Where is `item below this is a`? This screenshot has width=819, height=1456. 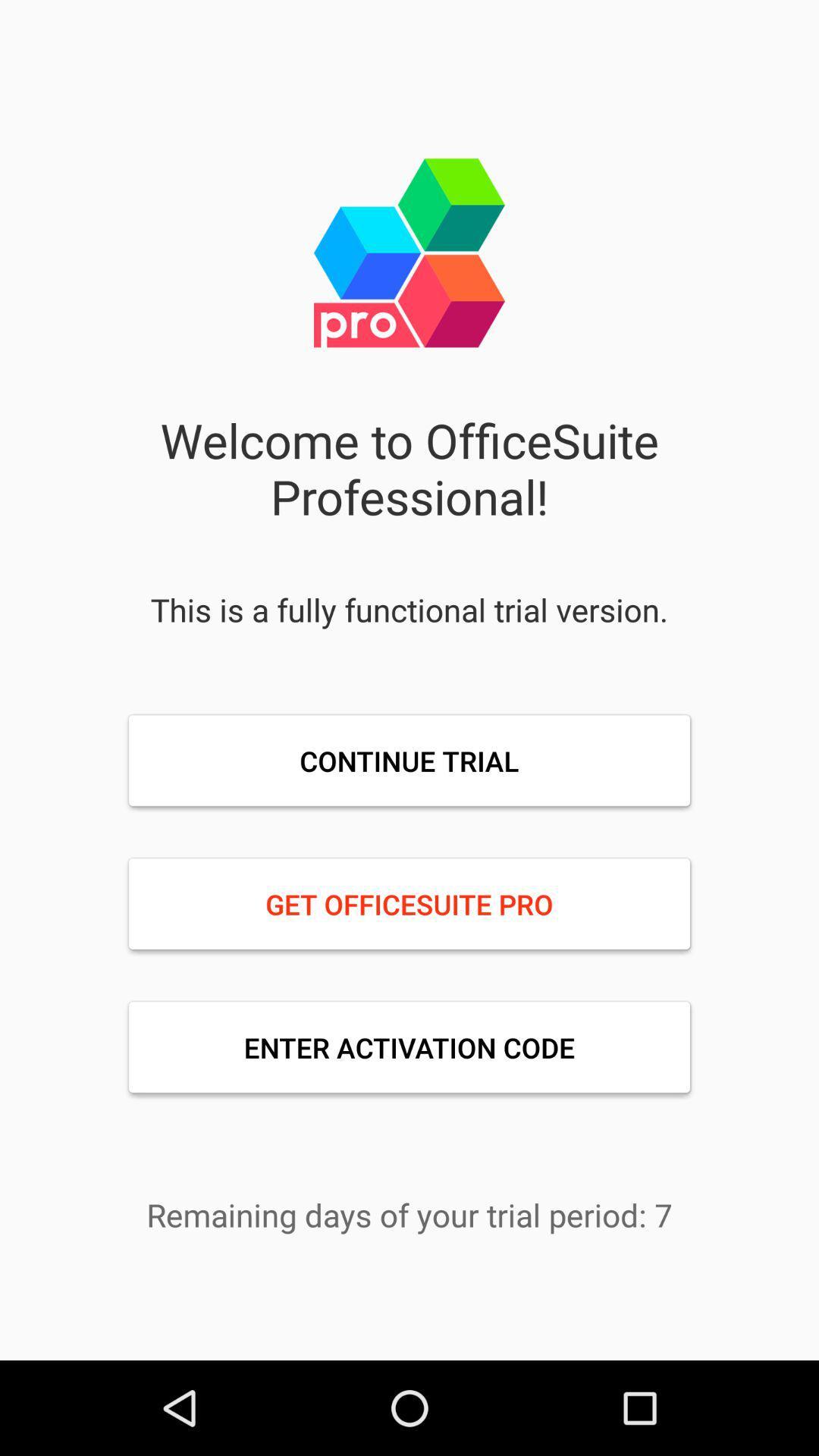 item below this is a is located at coordinates (409, 761).